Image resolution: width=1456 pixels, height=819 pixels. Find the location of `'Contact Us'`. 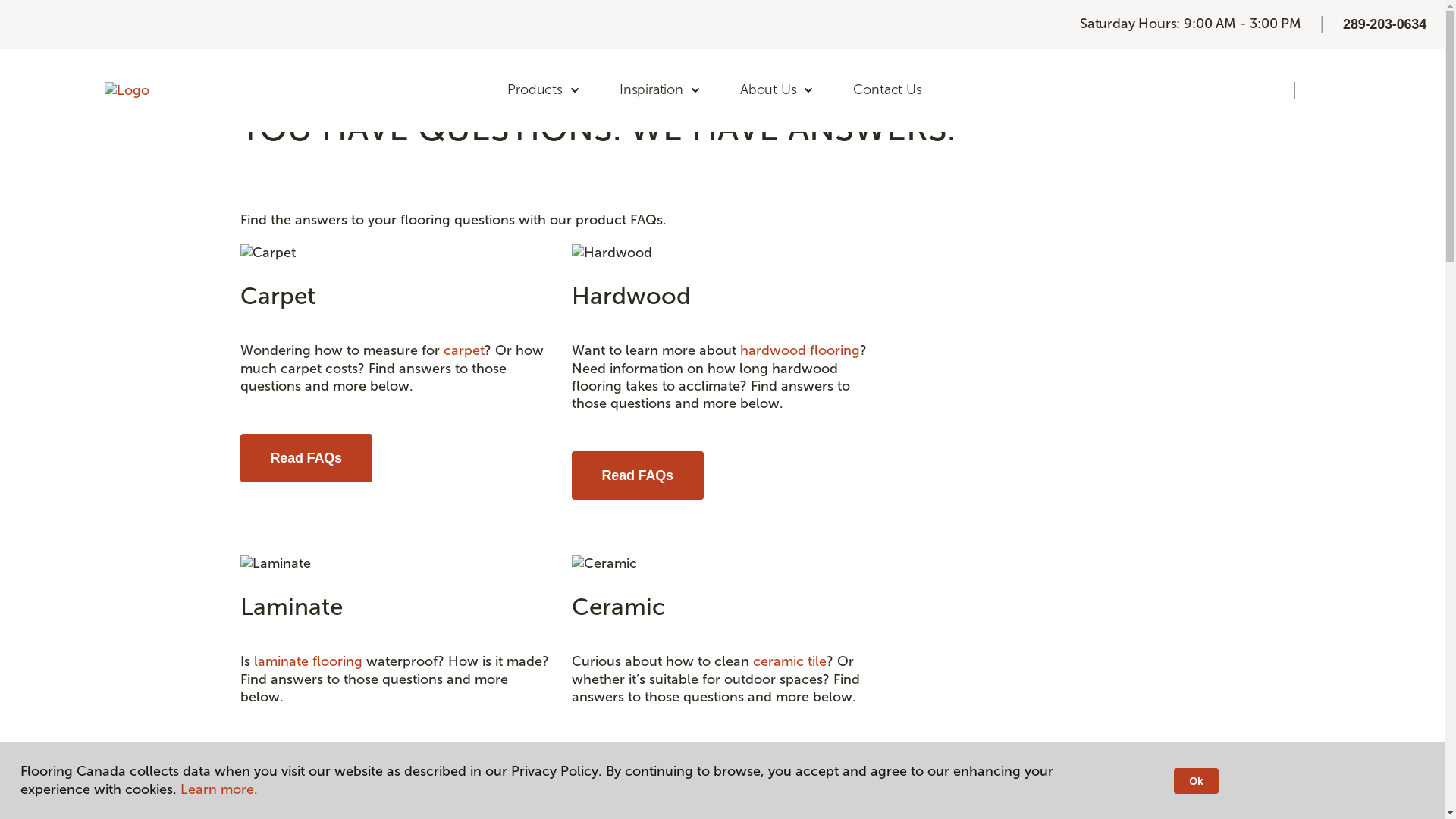

'Contact Us' is located at coordinates (887, 90).